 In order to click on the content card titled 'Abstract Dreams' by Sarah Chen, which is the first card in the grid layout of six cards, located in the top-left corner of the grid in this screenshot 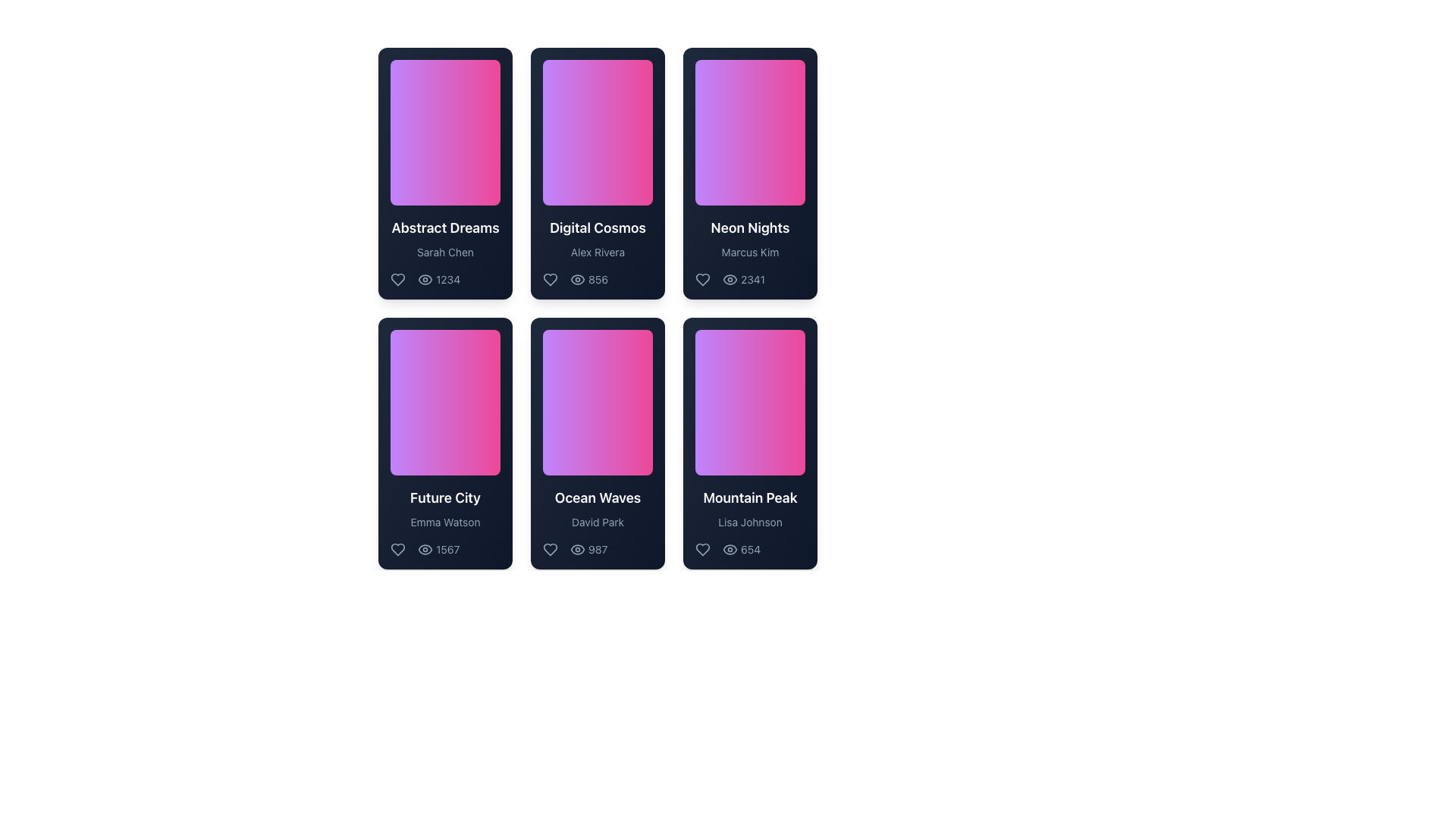, I will do `click(444, 172)`.